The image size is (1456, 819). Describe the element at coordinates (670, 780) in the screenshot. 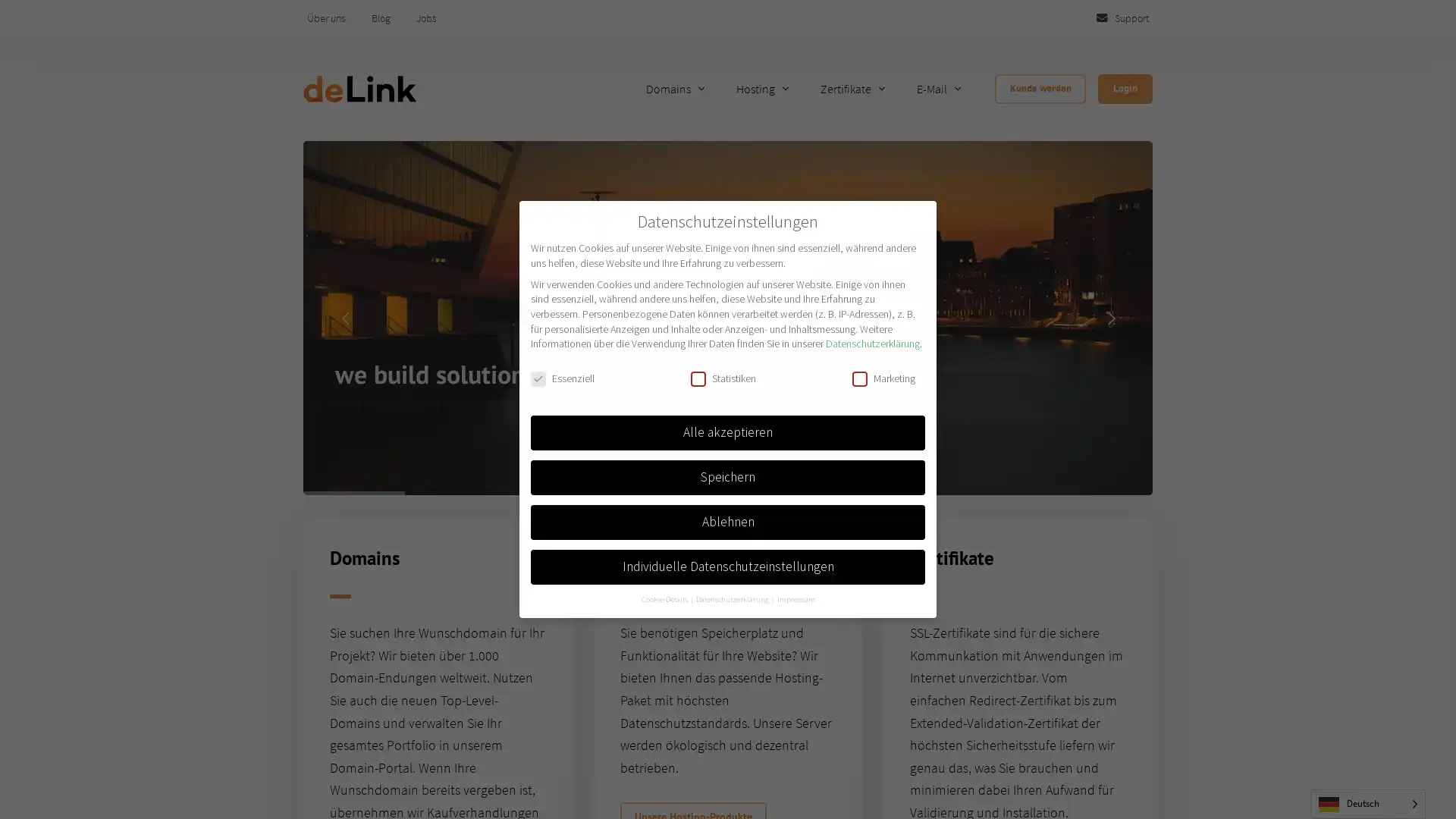

I see `Speichern` at that location.